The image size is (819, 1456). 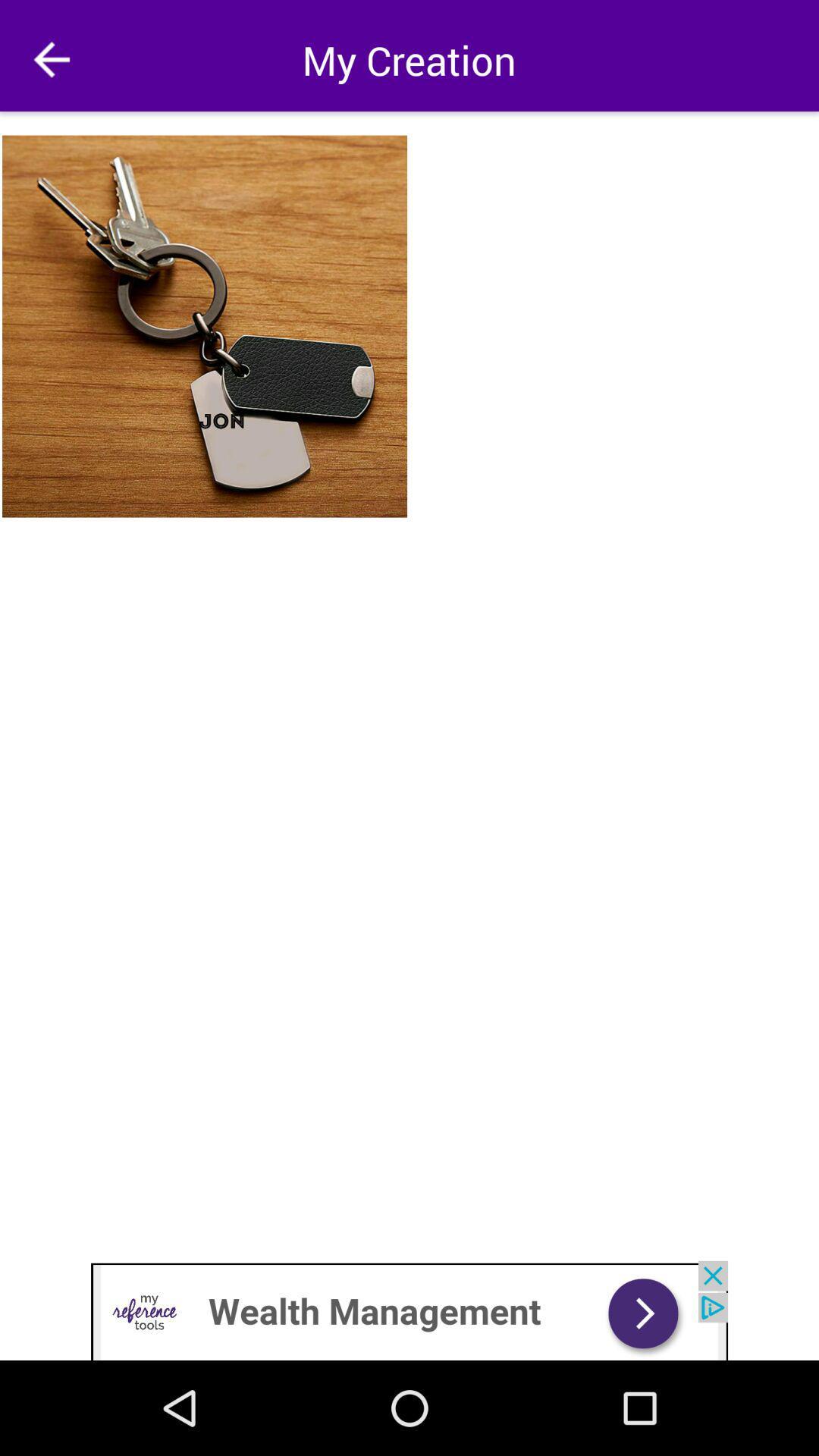 I want to click on pervious, so click(x=51, y=59).